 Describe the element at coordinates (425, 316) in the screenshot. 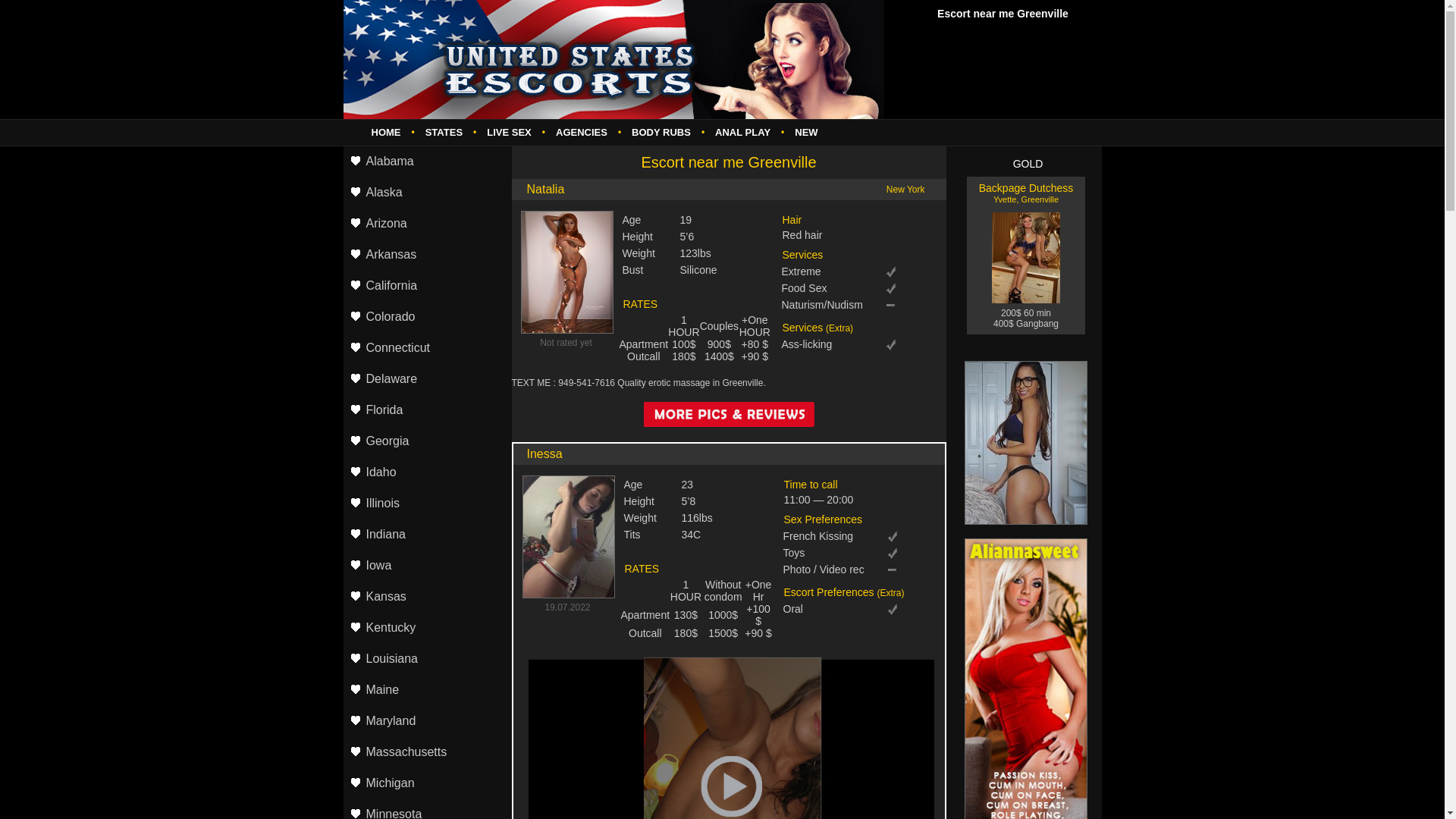

I see `'Colorado'` at that location.